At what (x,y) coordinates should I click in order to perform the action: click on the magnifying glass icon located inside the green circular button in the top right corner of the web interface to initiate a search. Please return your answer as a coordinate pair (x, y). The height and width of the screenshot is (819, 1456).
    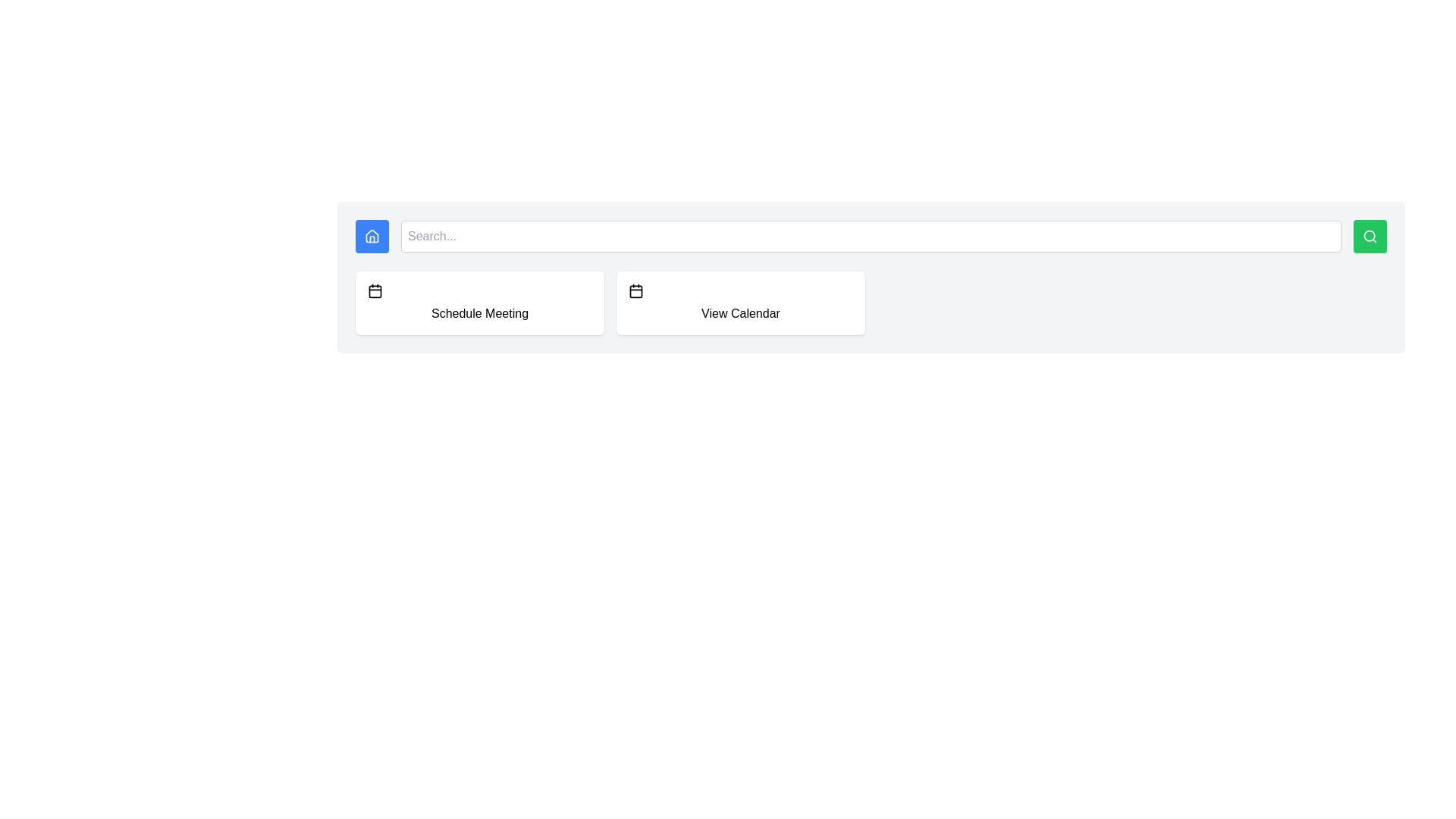
    Looking at the image, I should click on (1370, 237).